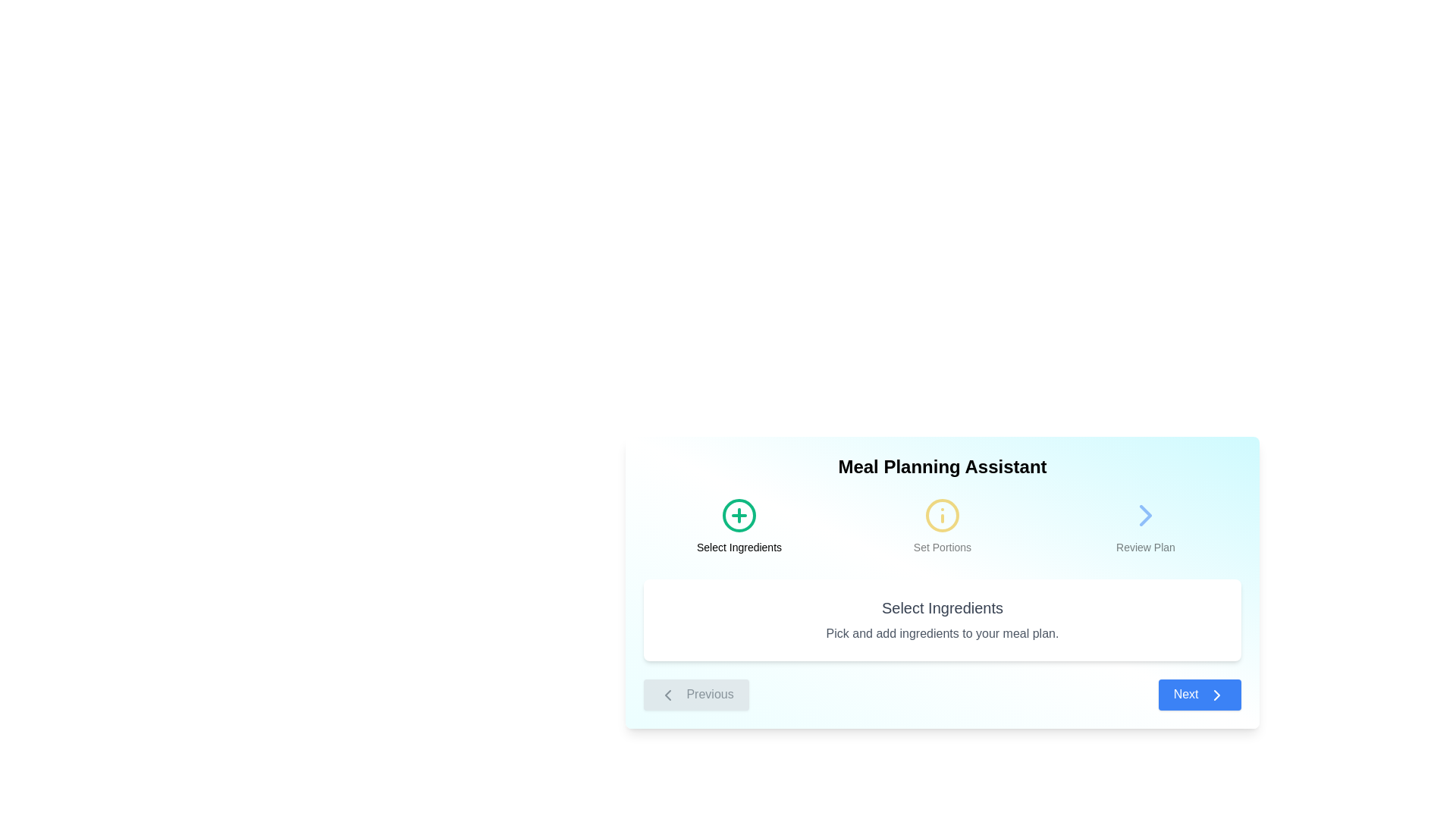  What do you see at coordinates (1216, 694) in the screenshot?
I see `the rightward-pointing arrow icon situated on the blue 'Next' button at the bottom-right of the interface` at bounding box center [1216, 694].